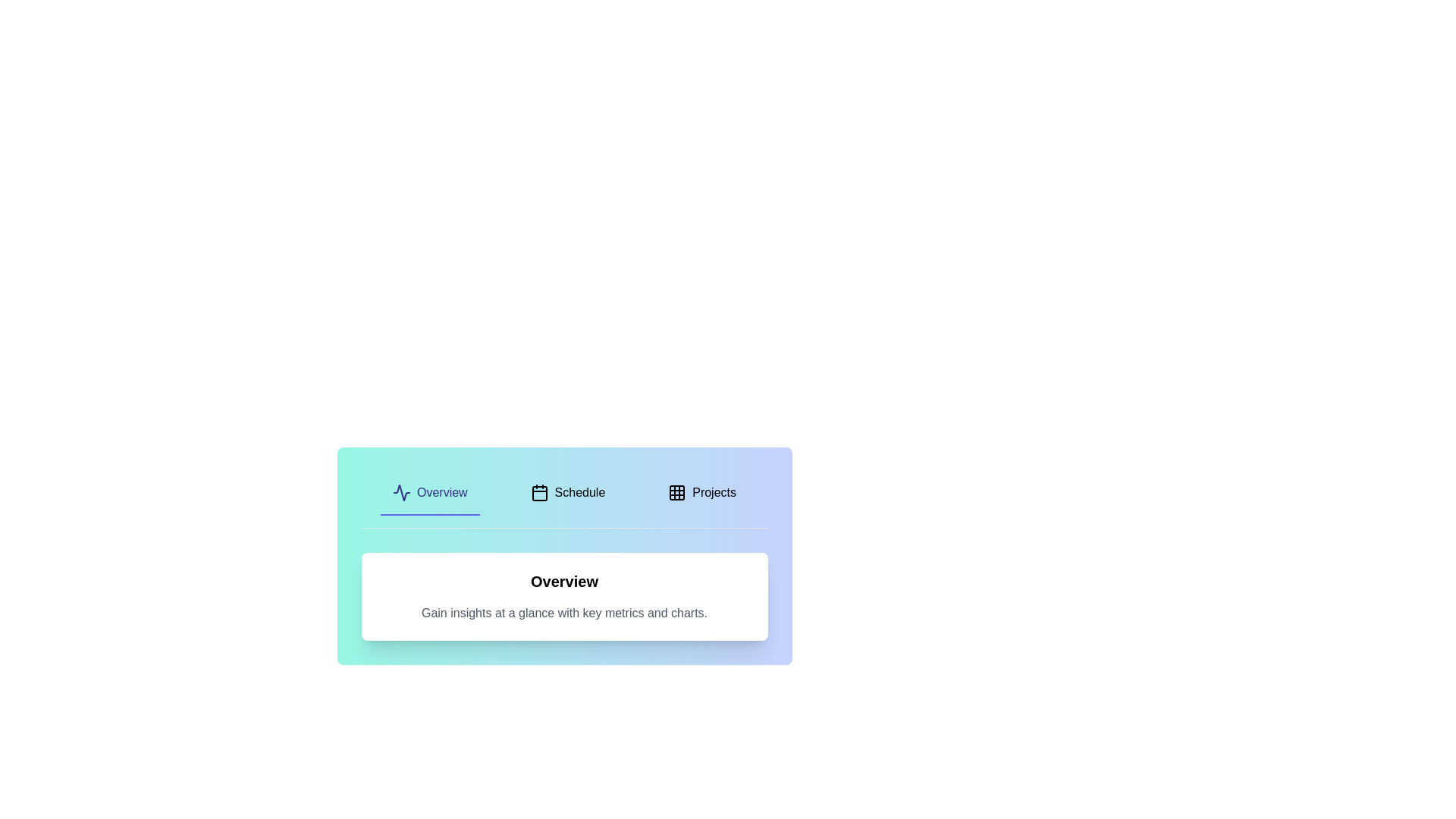 The height and width of the screenshot is (819, 1456). Describe the element at coordinates (401, 493) in the screenshot. I see `the icon of the tab labeled Overview` at that location.